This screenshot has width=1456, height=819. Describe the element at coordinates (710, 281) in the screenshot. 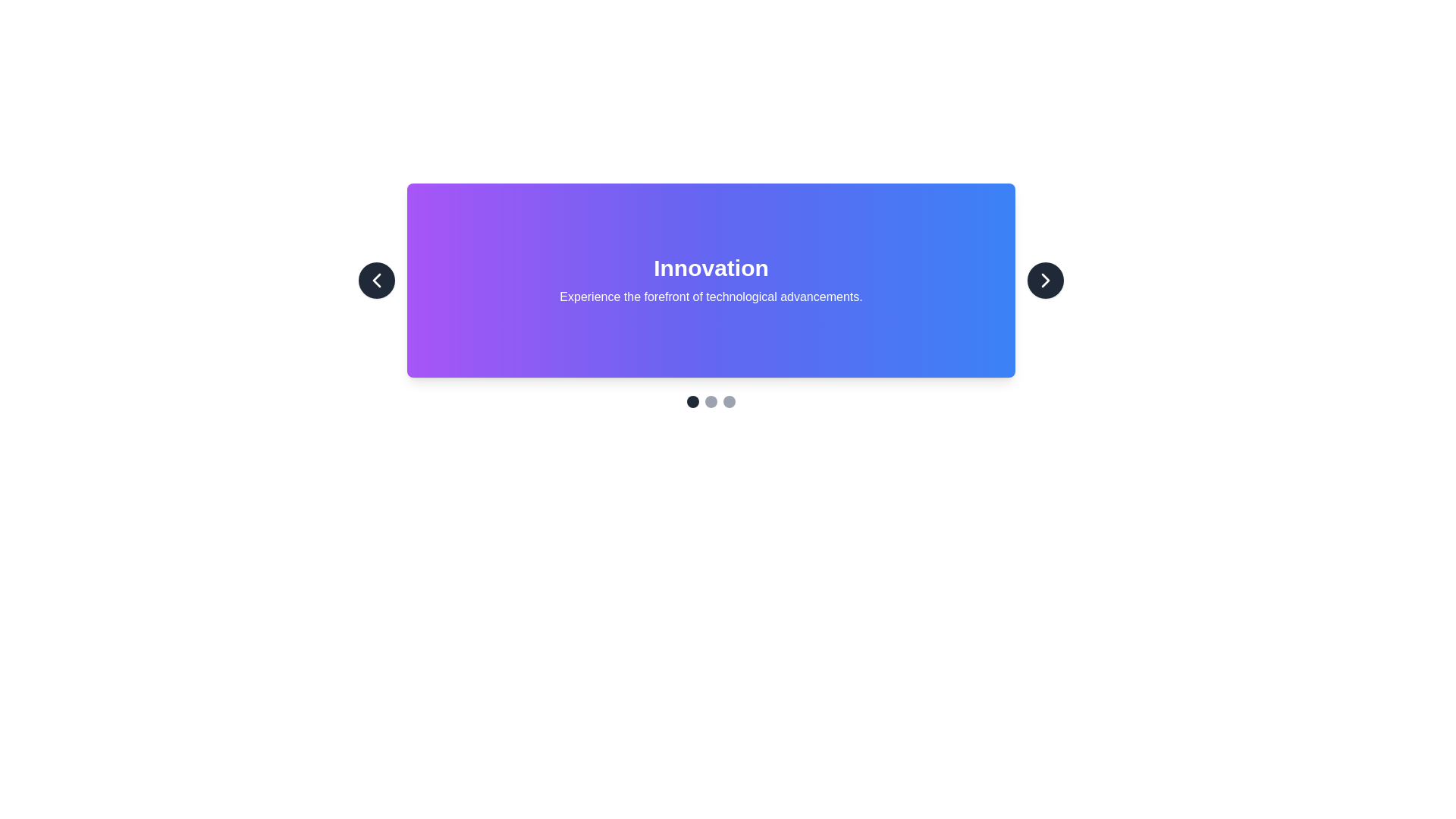

I see `the text block that prominently displays 'Innovation' and the subheading 'Experience the forefront of technological advancements'` at that location.